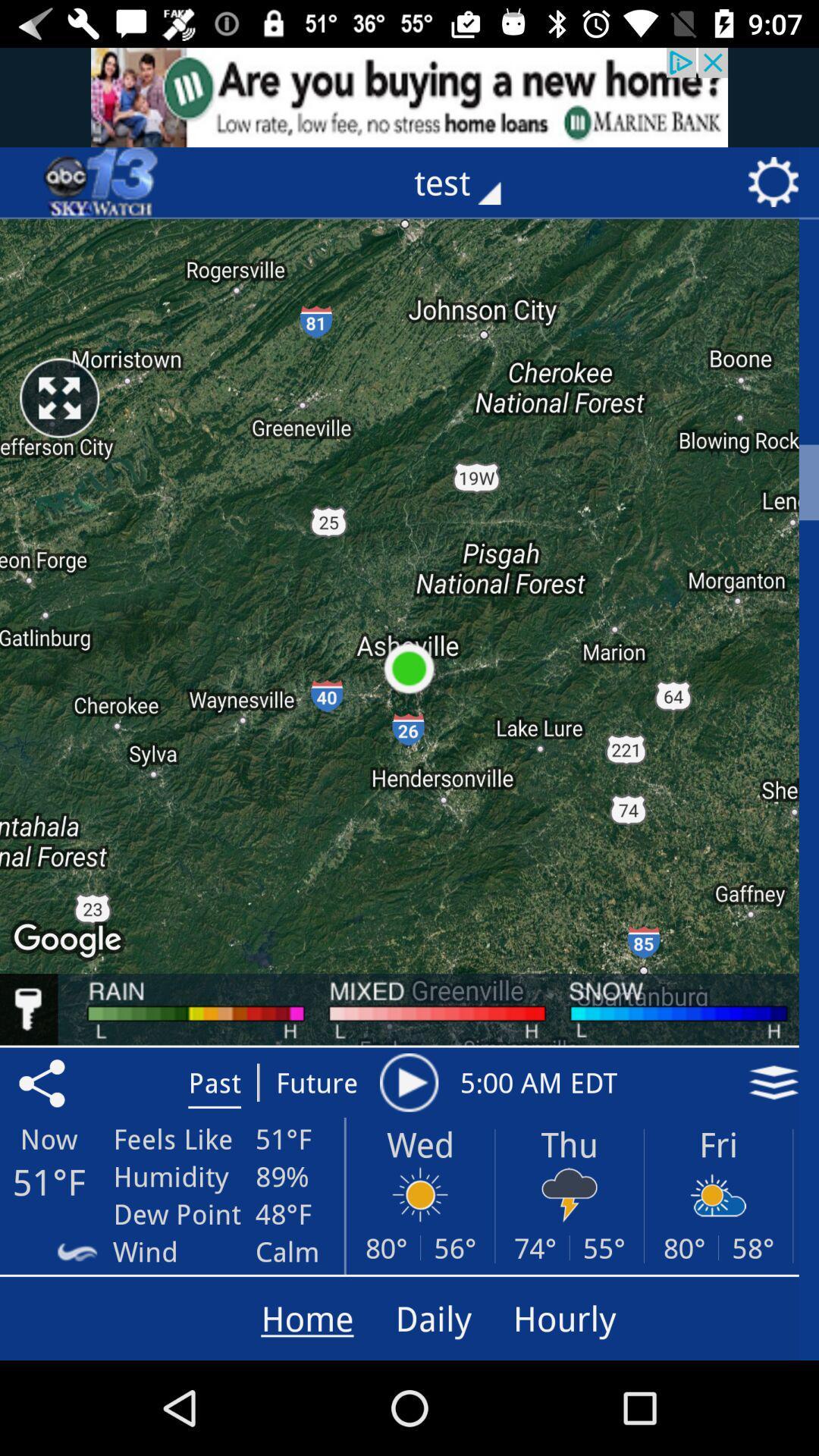  What do you see at coordinates (44, 1081) in the screenshot?
I see `the share icon` at bounding box center [44, 1081].